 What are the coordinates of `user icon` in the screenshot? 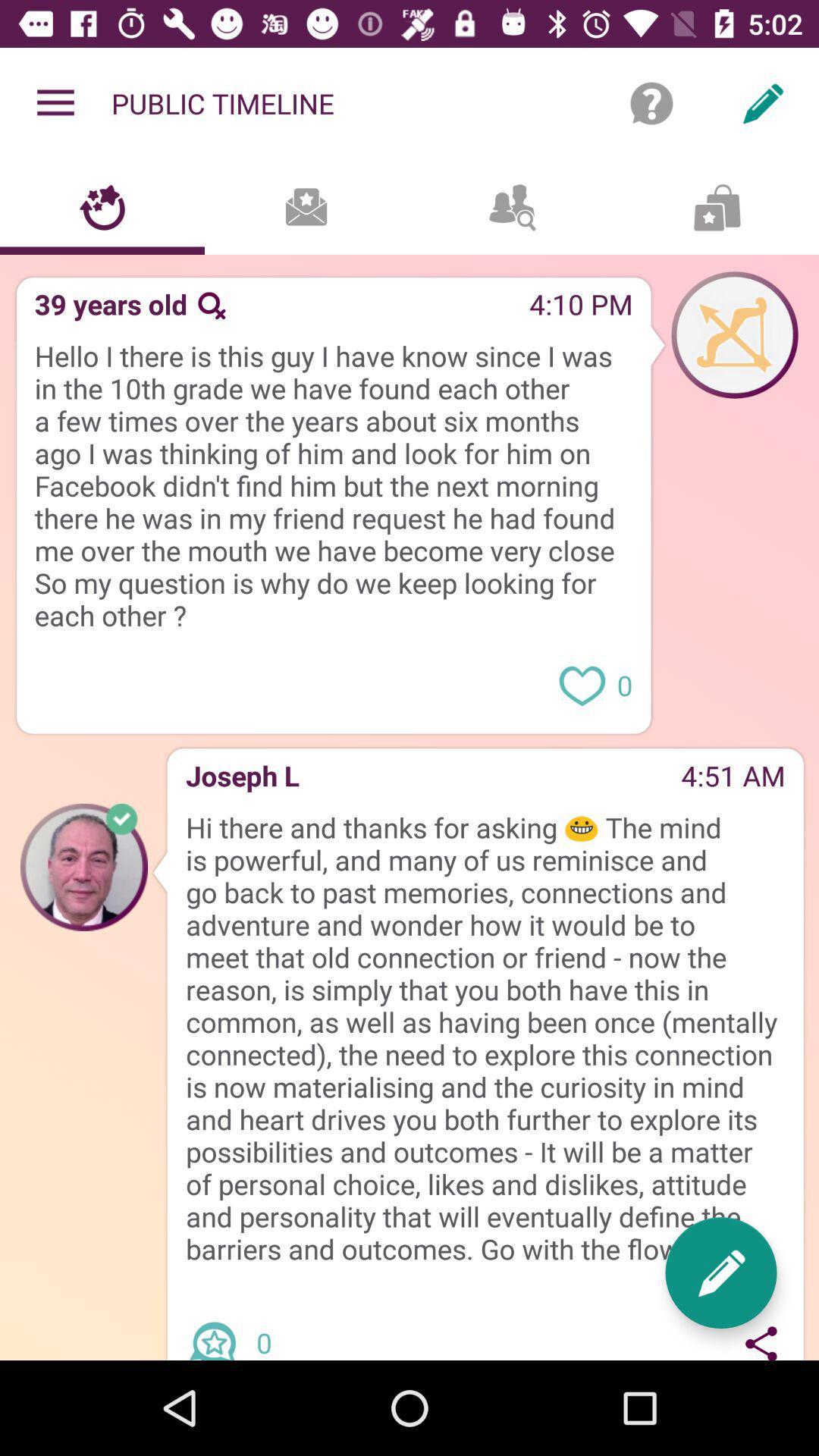 It's located at (733, 334).